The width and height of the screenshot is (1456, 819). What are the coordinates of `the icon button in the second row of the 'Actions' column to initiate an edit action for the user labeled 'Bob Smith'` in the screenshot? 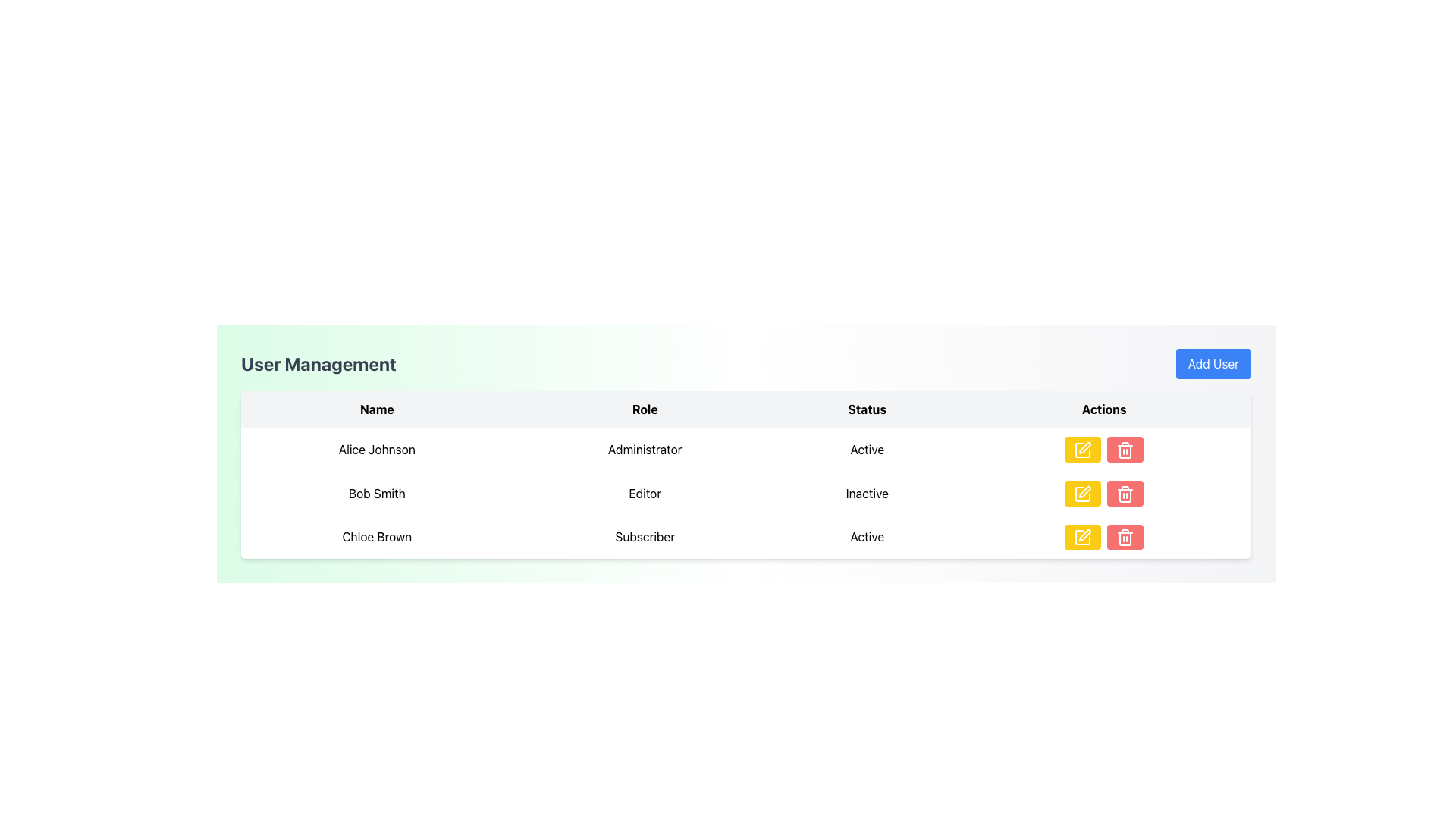 It's located at (1084, 491).